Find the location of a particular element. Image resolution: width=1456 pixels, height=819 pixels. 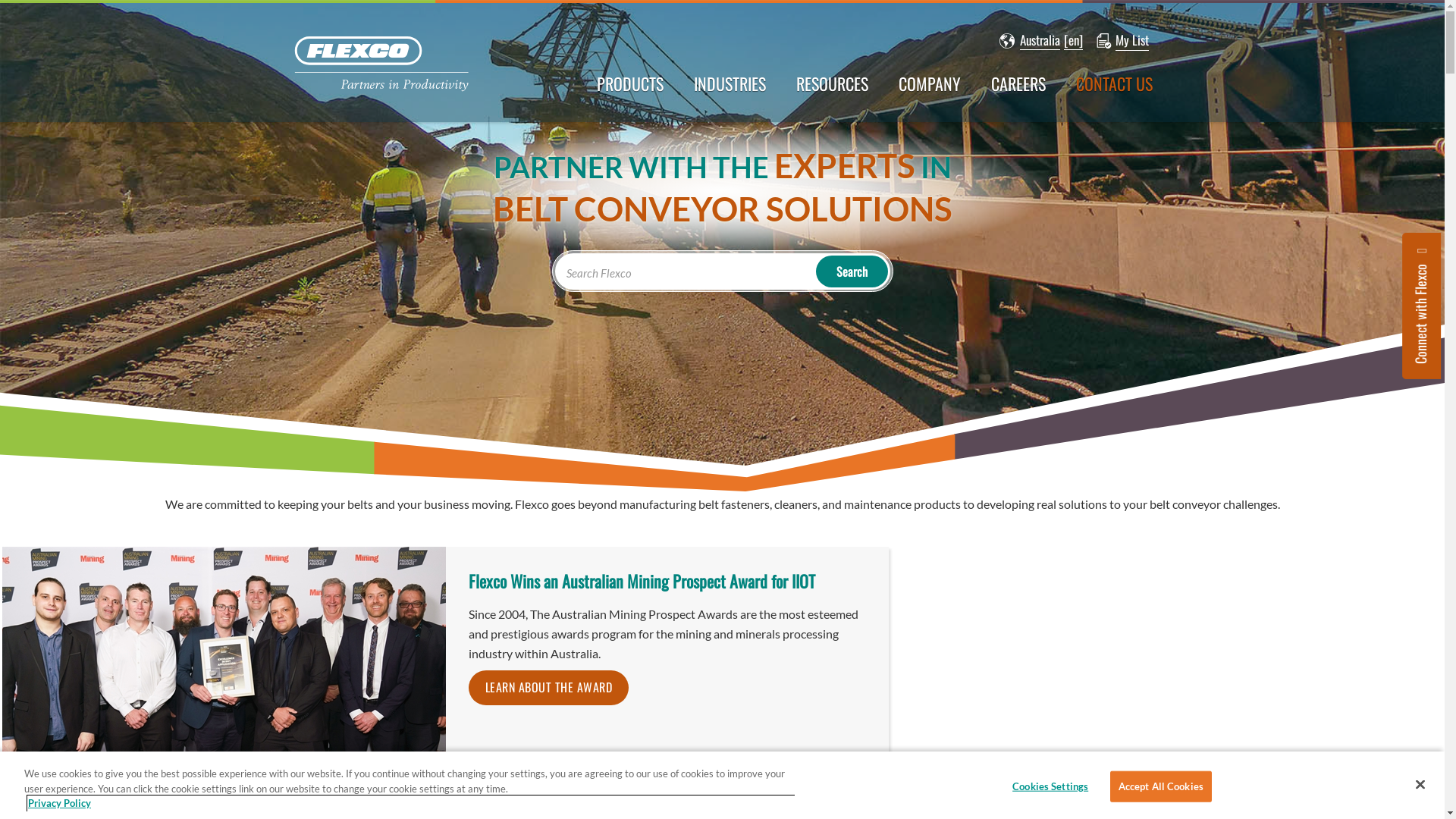

'RESOURCES' is located at coordinates (831, 90).